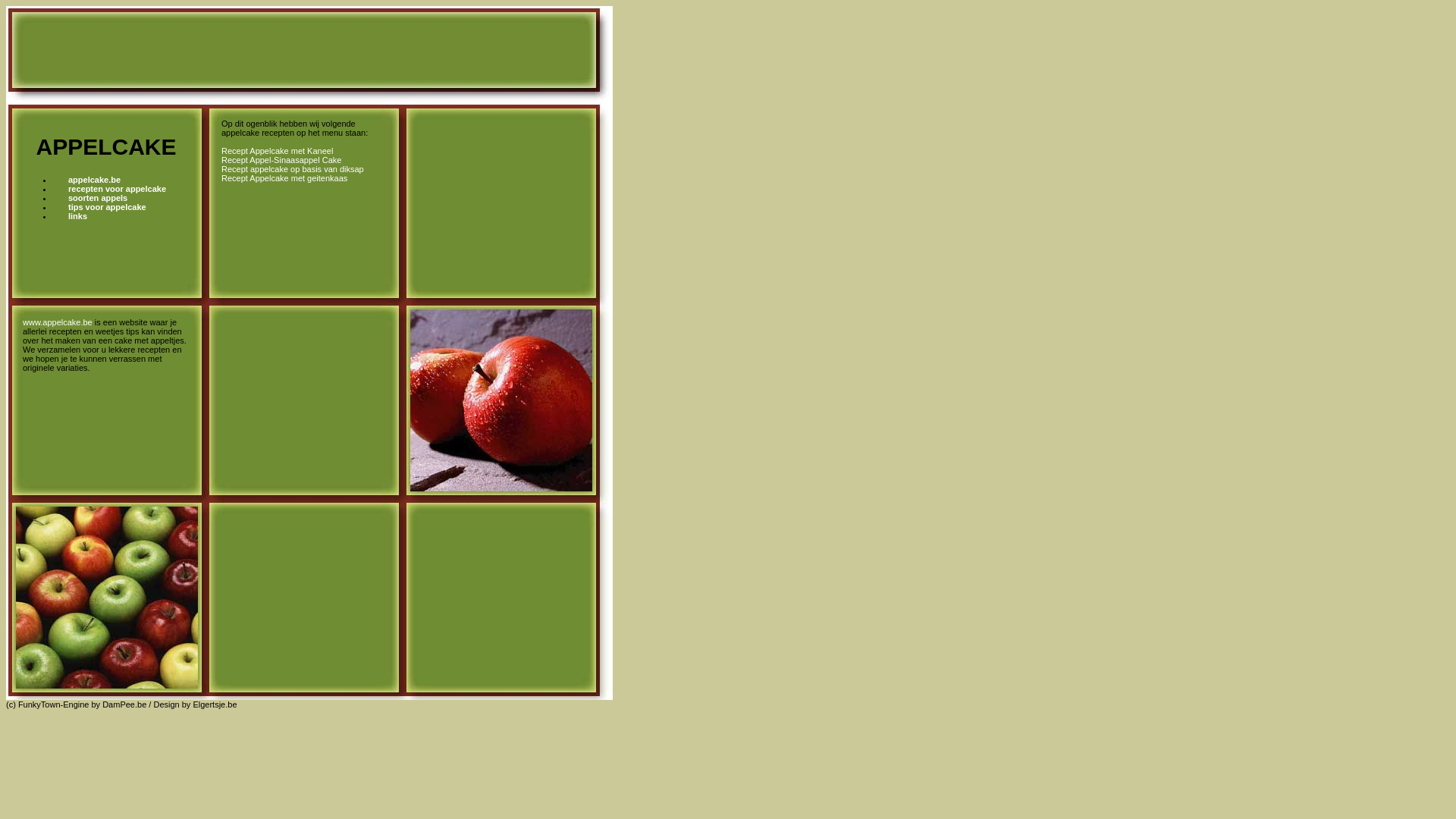 The height and width of the screenshot is (819, 1456). I want to click on 'DamPee.be', so click(124, 704).